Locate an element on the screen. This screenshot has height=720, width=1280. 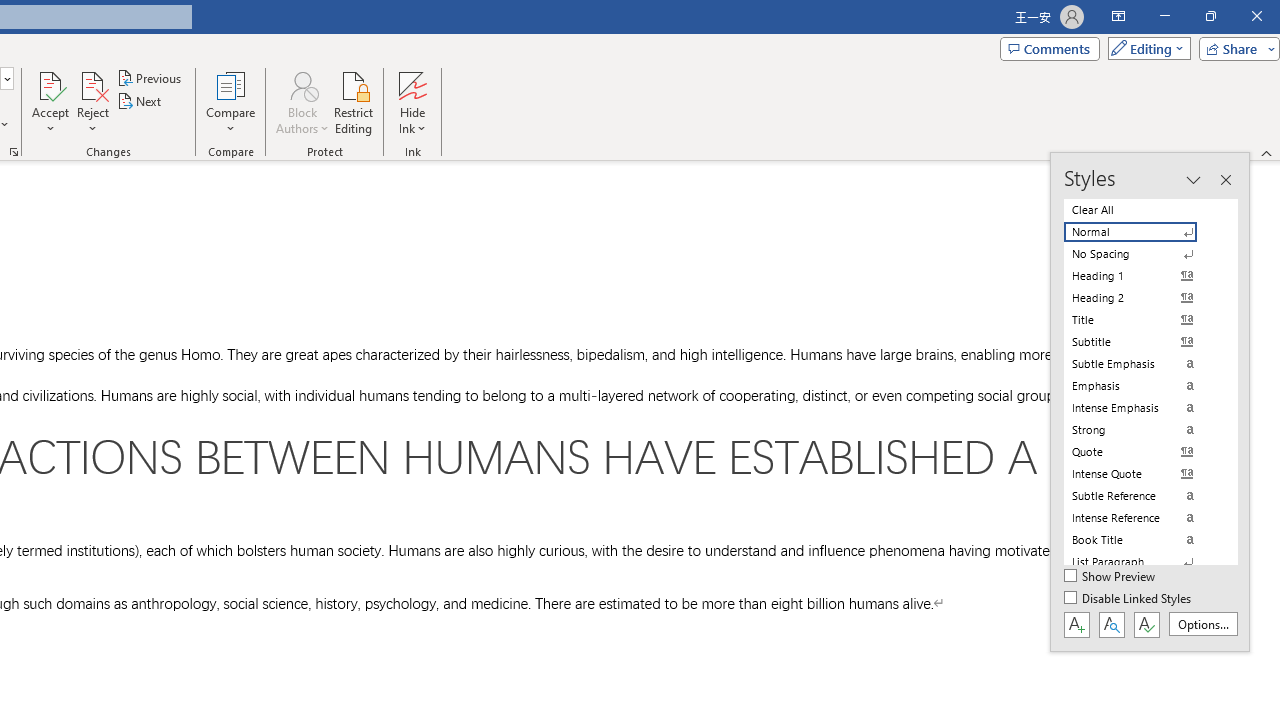
'List Paragraph' is located at coordinates (1142, 561).